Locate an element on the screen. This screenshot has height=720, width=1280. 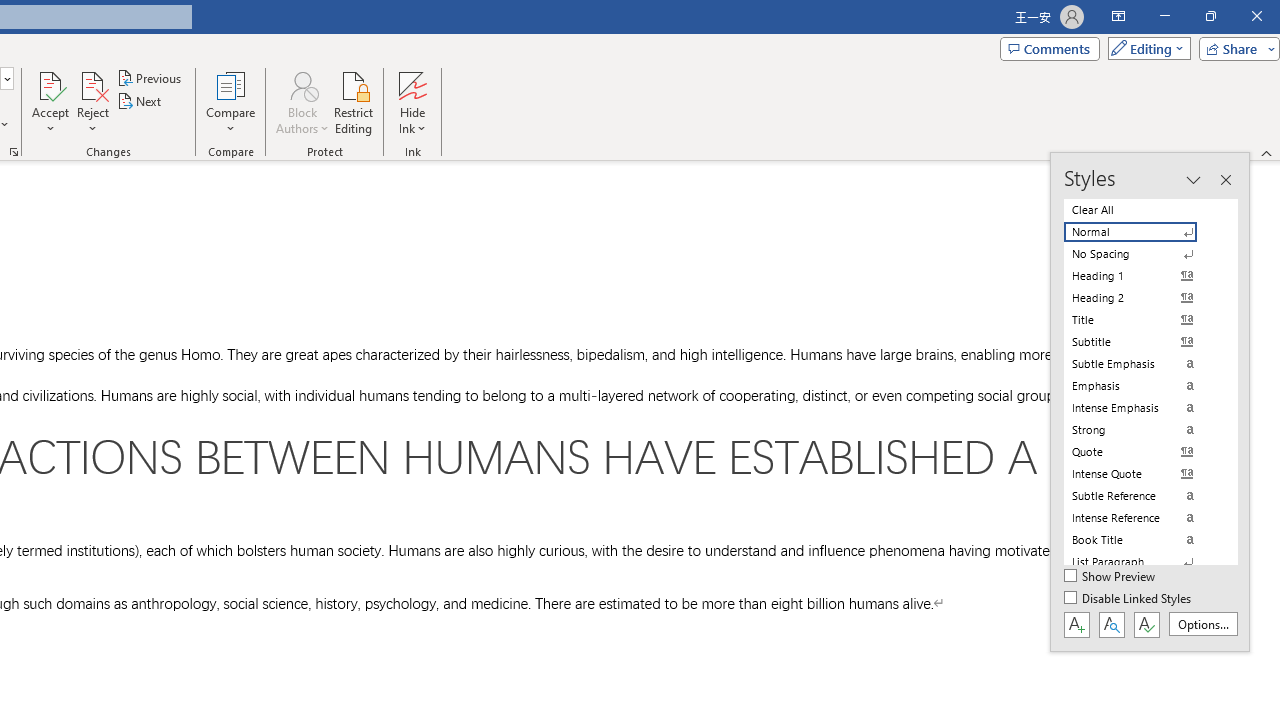
'List Paragraph' is located at coordinates (1142, 561).